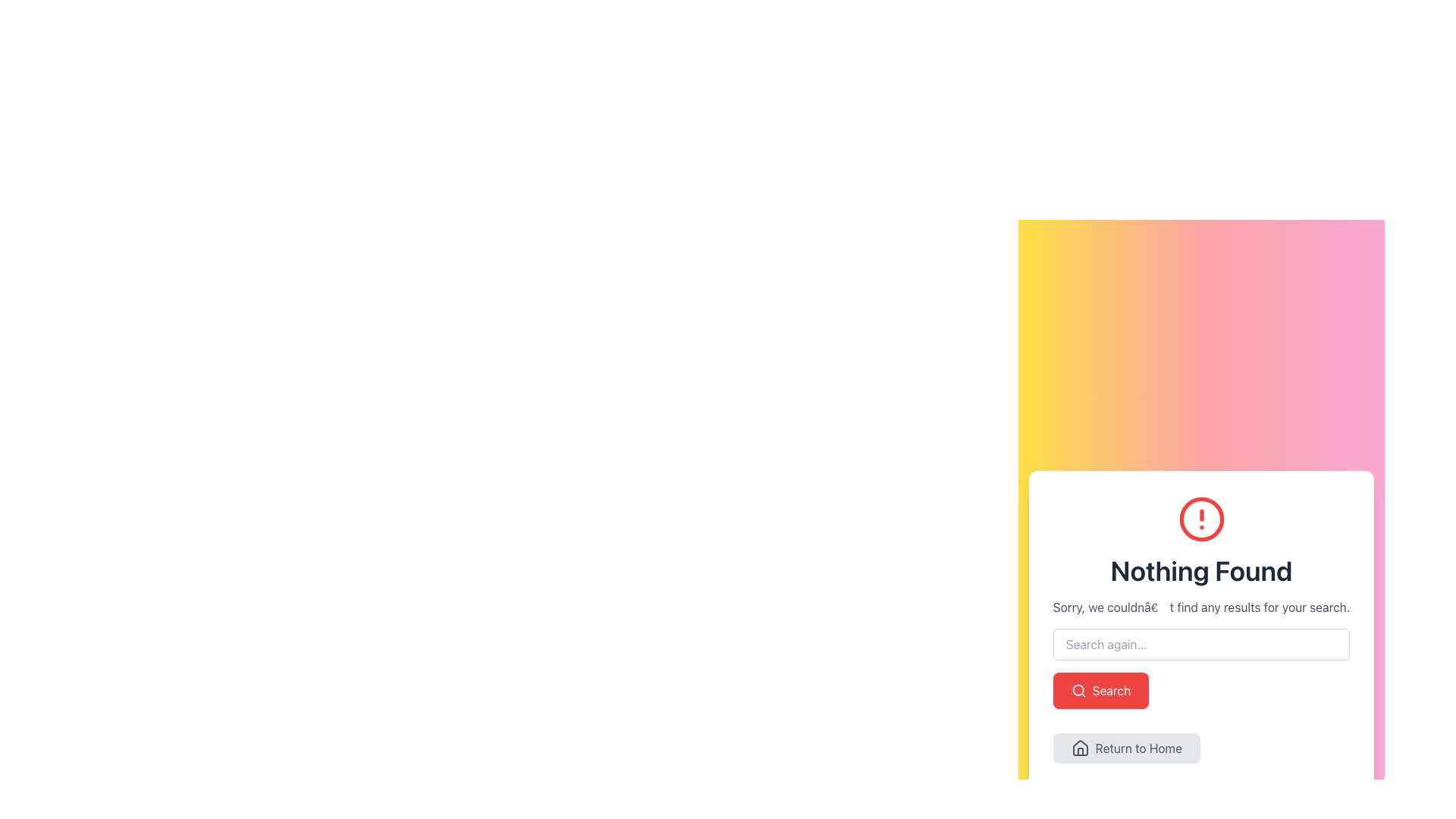 The image size is (1456, 819). I want to click on the circular part of the magnifying glass icon that is part of the red 'Search' button, which is located below a text input field, so click(1077, 690).